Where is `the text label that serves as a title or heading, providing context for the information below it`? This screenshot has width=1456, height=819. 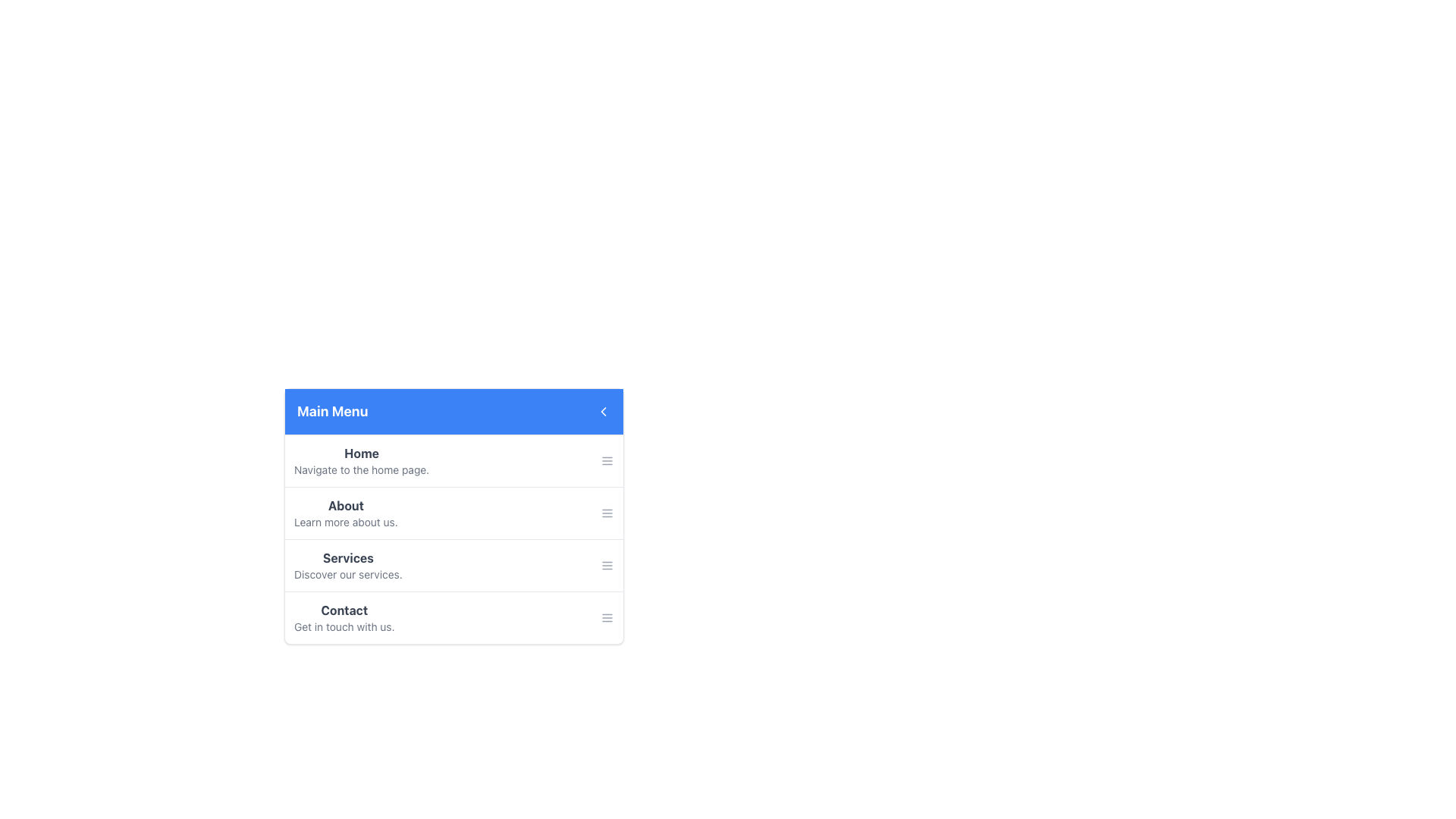
the text label that serves as a title or heading, providing context for the information below it is located at coordinates (344, 610).